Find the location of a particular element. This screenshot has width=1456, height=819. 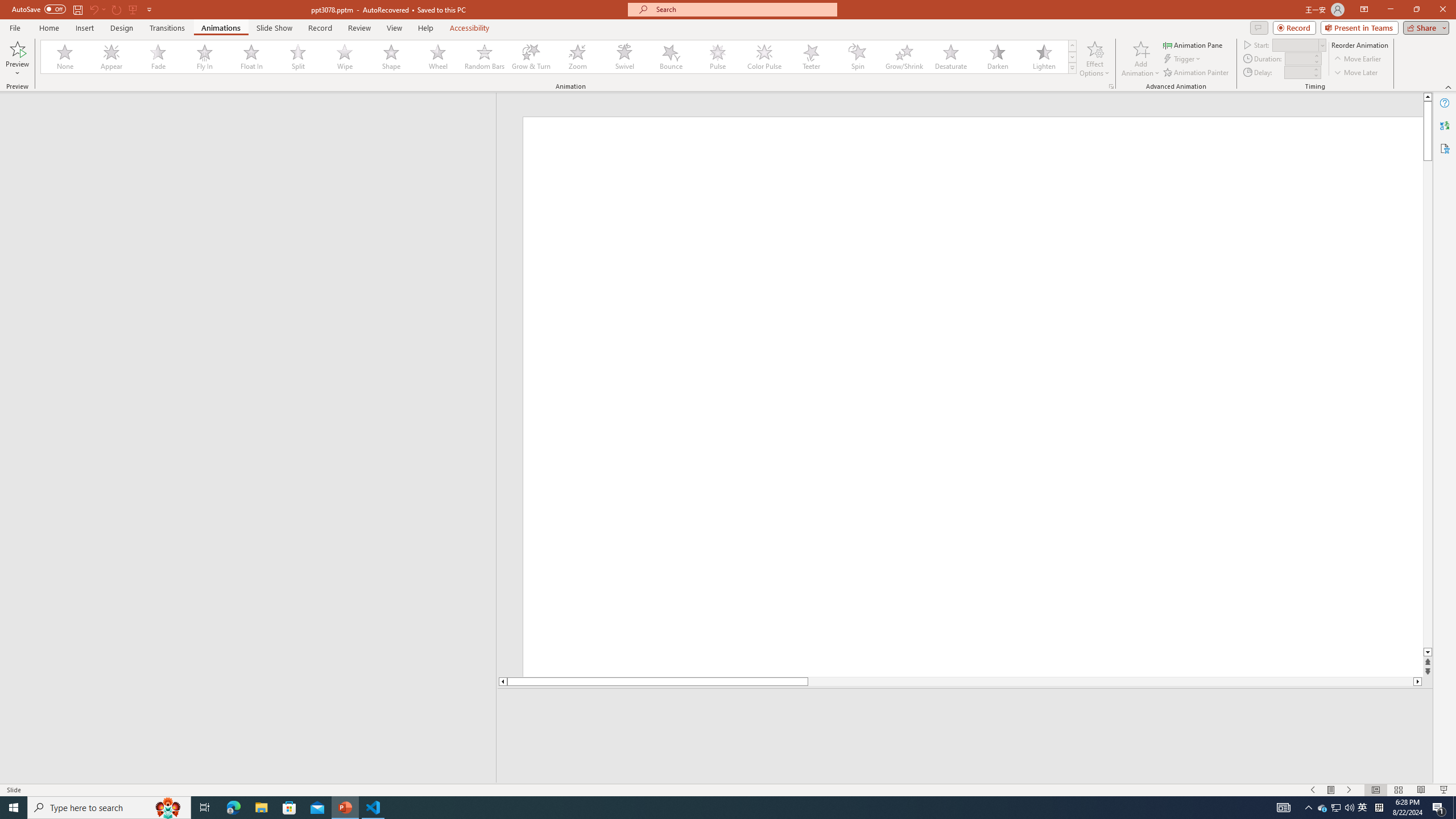

'Grow & Turn' is located at coordinates (531, 56).